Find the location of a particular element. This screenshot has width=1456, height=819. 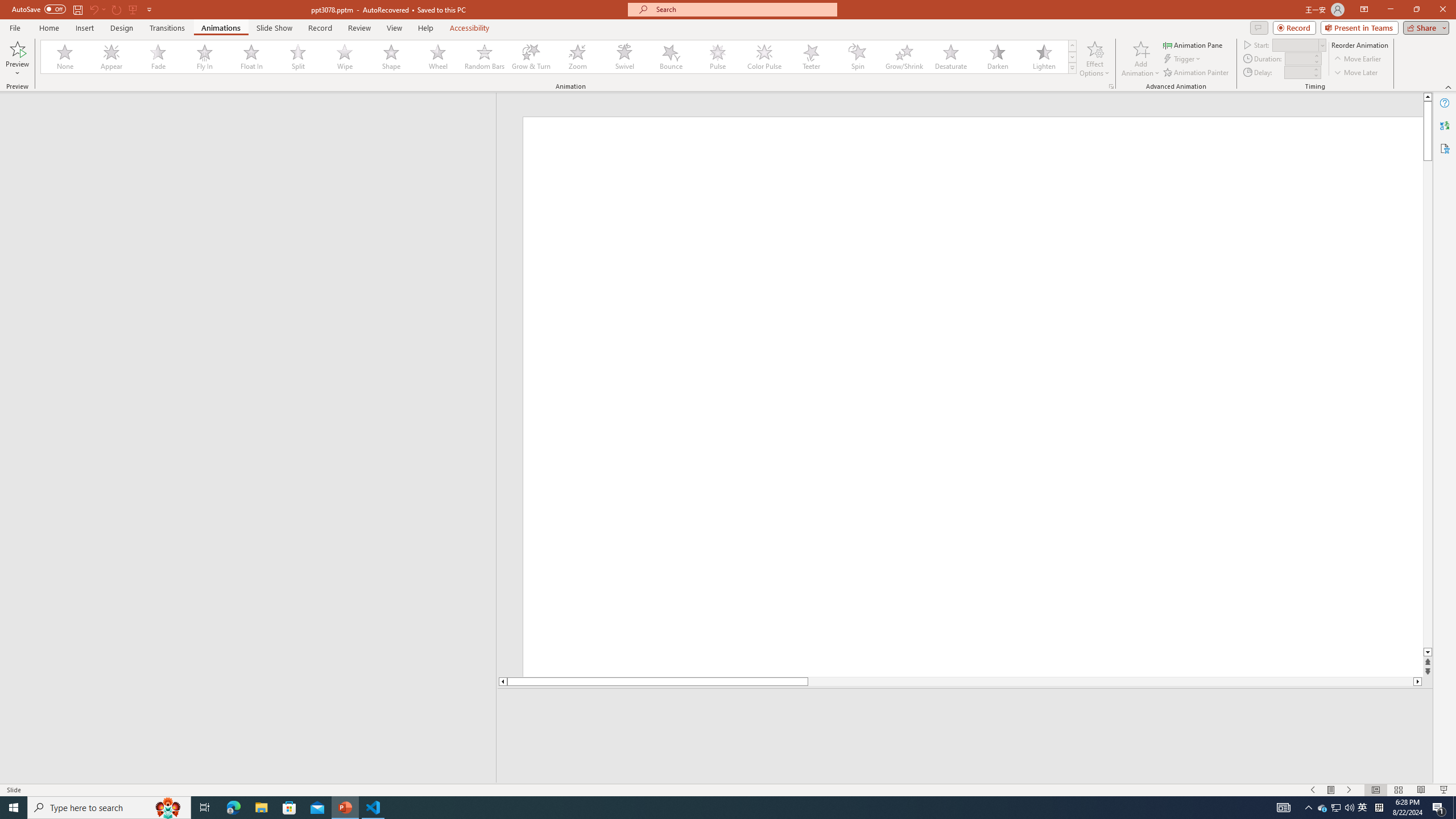

'Grow & Turn' is located at coordinates (531, 56).